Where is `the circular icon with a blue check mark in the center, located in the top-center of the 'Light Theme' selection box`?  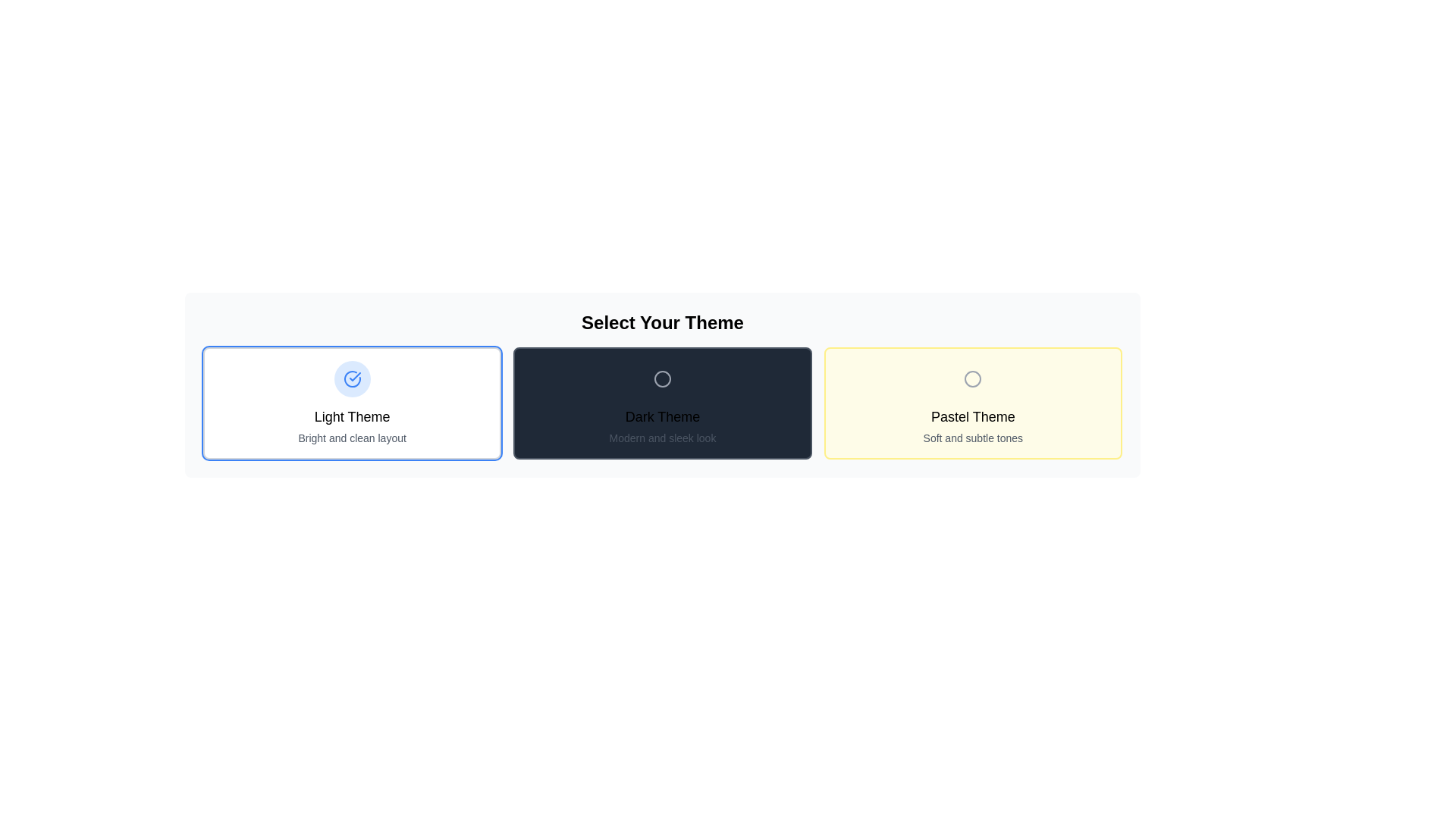
the circular icon with a blue check mark in the center, located in the top-center of the 'Light Theme' selection box is located at coordinates (351, 378).